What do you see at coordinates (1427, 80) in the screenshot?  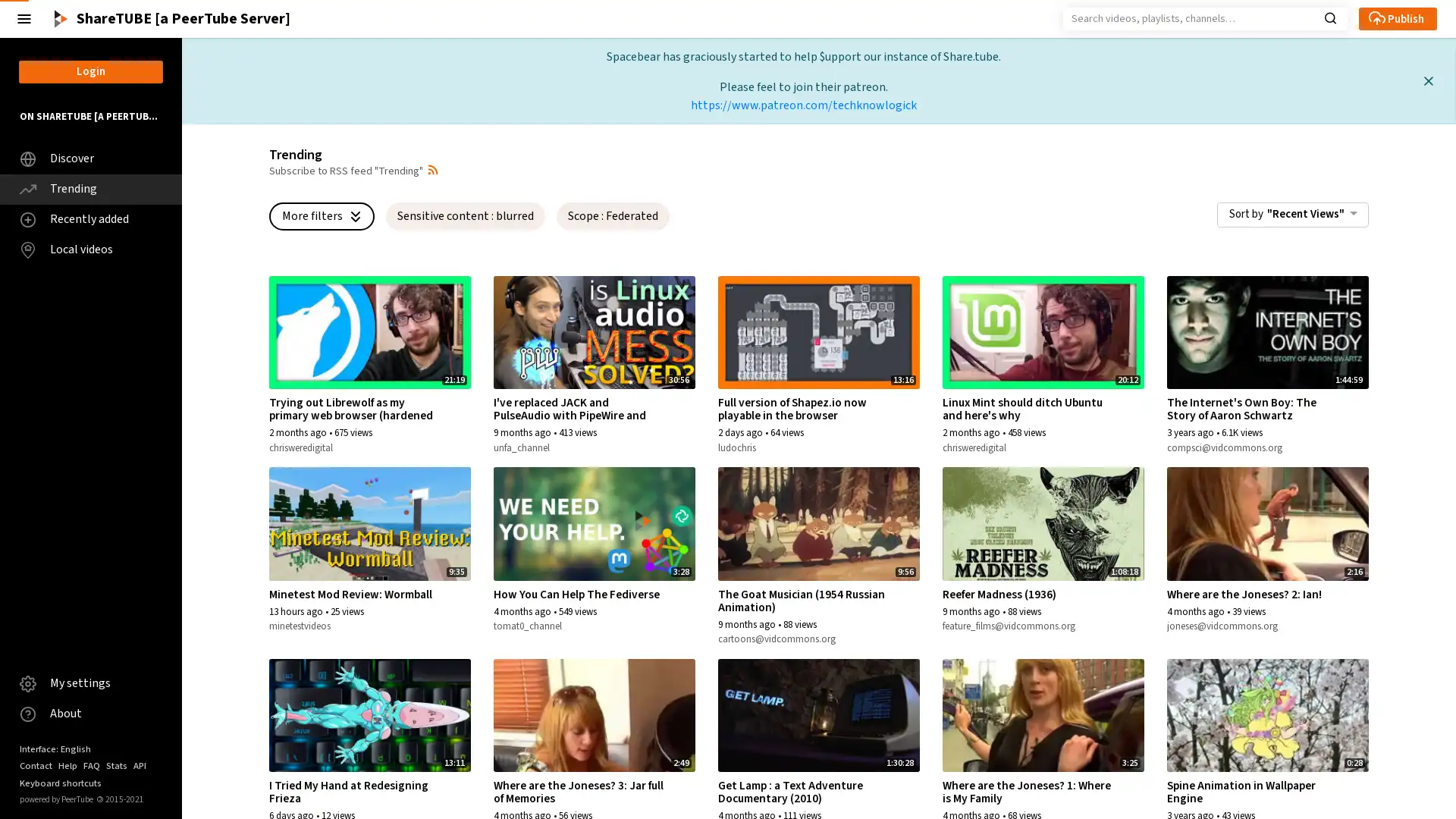 I see `Close this message` at bounding box center [1427, 80].